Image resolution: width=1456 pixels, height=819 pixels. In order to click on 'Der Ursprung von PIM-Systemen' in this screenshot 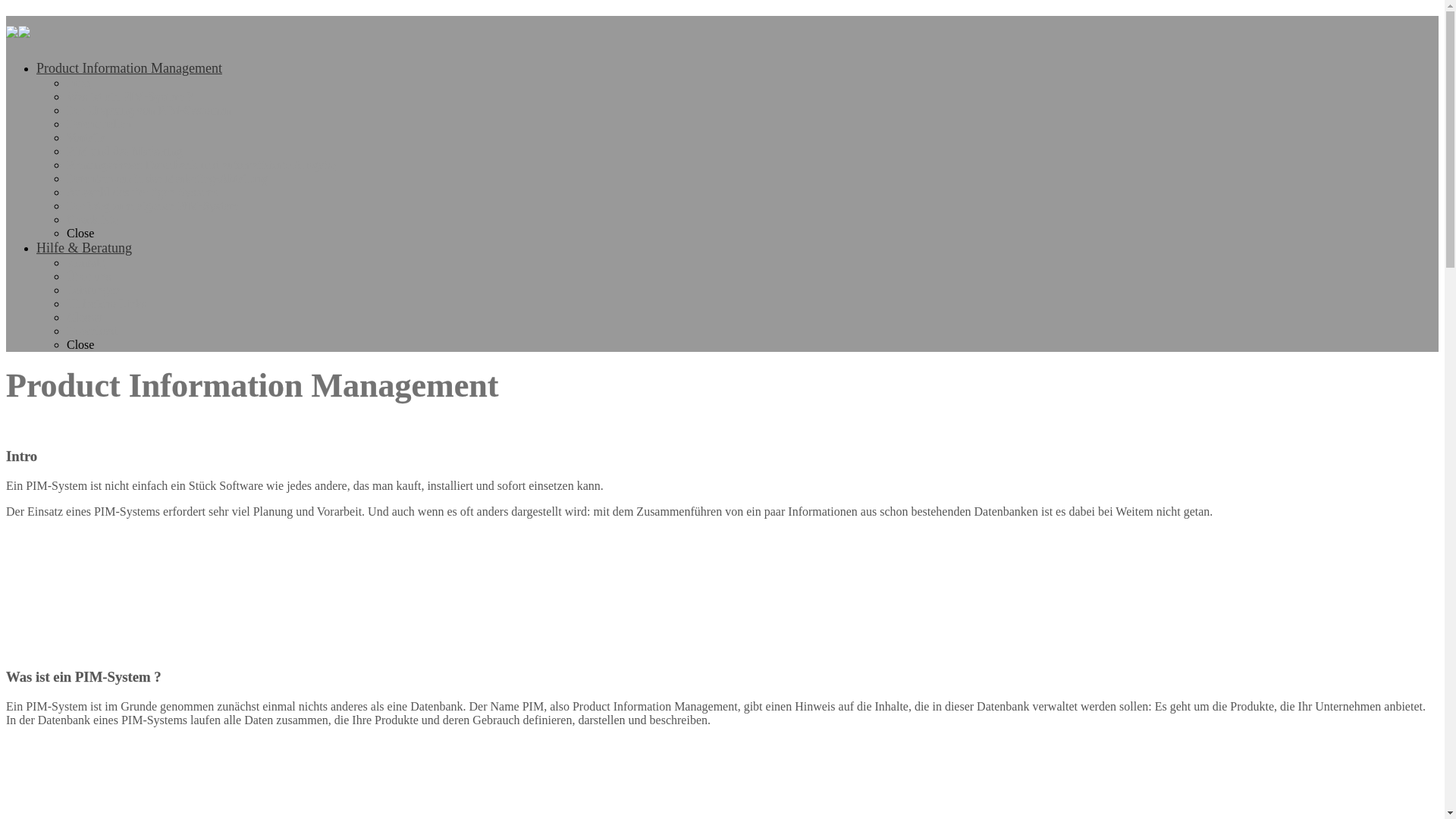, I will do `click(65, 109)`.